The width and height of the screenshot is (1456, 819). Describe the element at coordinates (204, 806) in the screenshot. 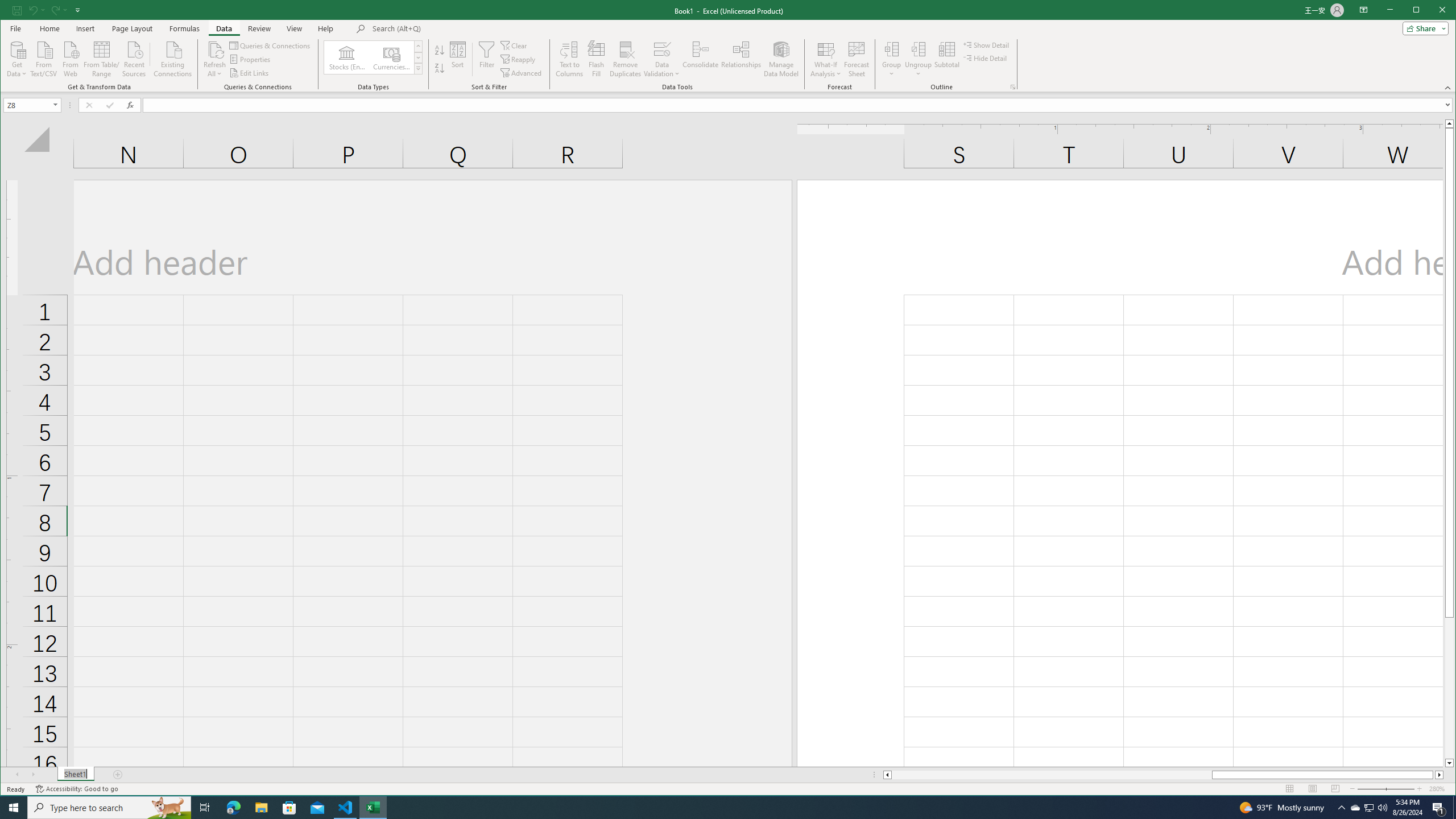

I see `'Task View'` at that location.